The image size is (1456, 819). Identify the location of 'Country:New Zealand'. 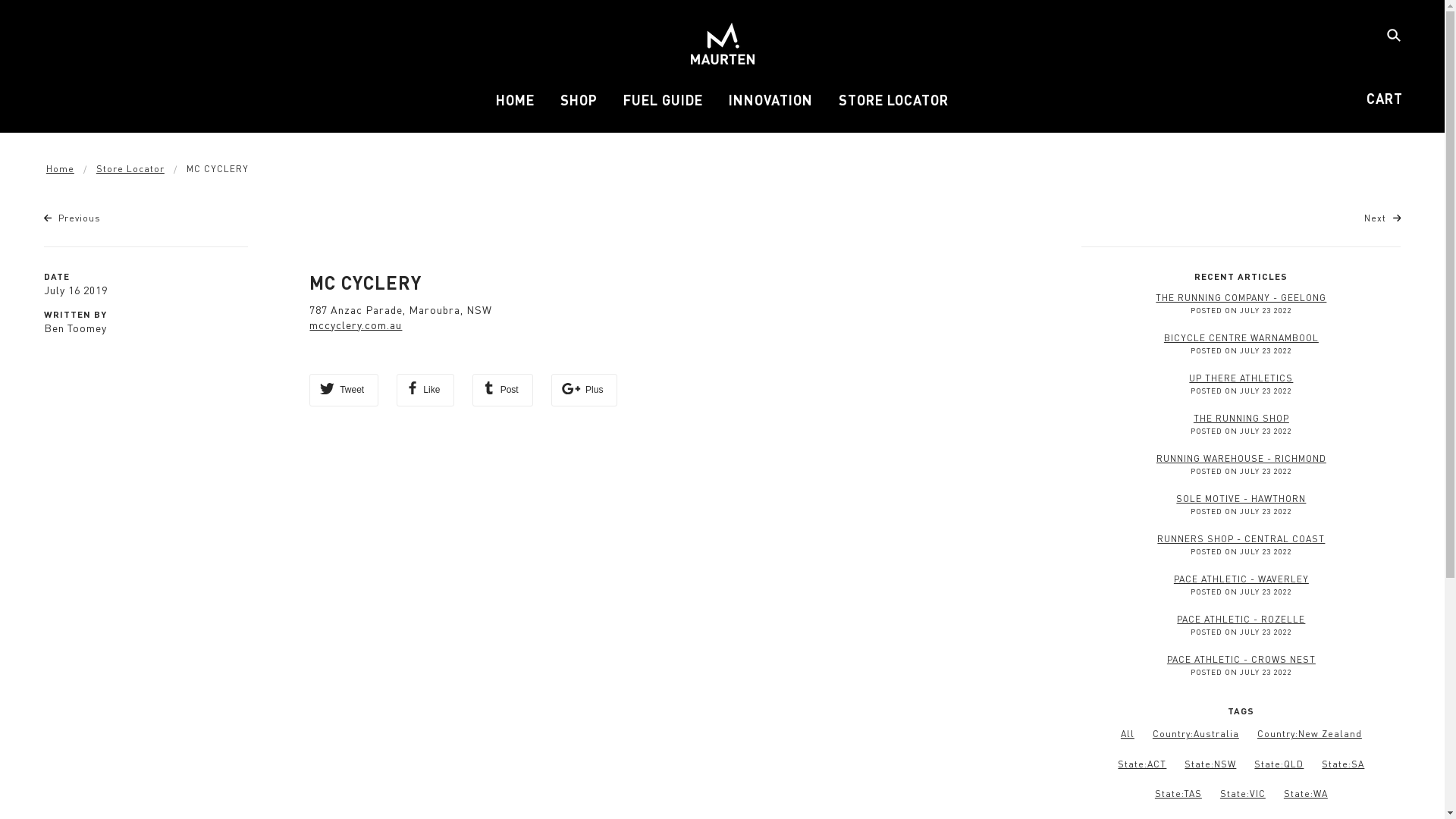
(1257, 733).